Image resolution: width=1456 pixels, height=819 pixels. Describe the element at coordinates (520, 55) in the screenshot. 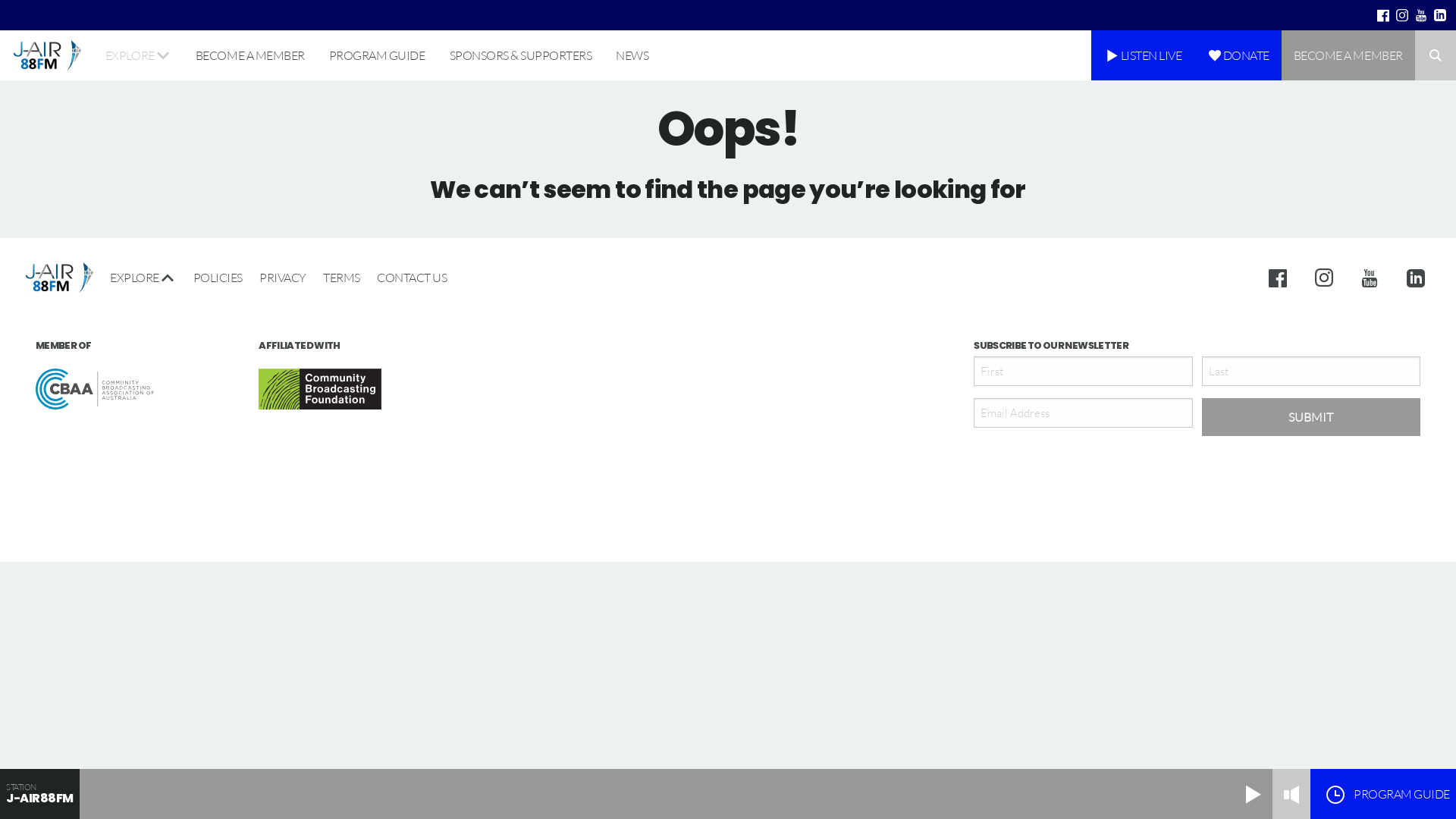

I see `'SPONSORS & SUPPORTERS'` at that location.